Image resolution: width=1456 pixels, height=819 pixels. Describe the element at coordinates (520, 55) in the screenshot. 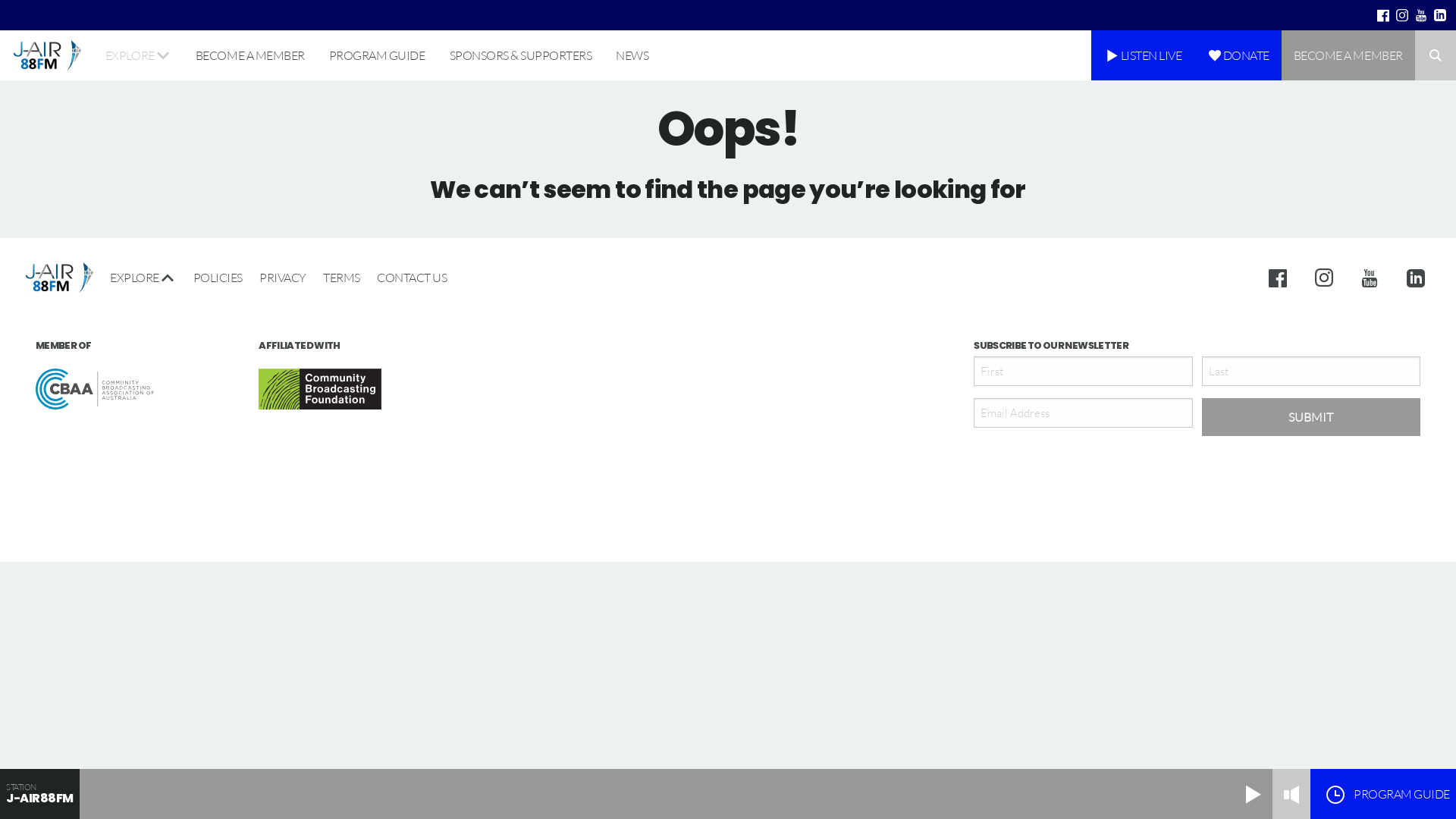

I see `'SPONSORS & SUPPORTERS'` at that location.